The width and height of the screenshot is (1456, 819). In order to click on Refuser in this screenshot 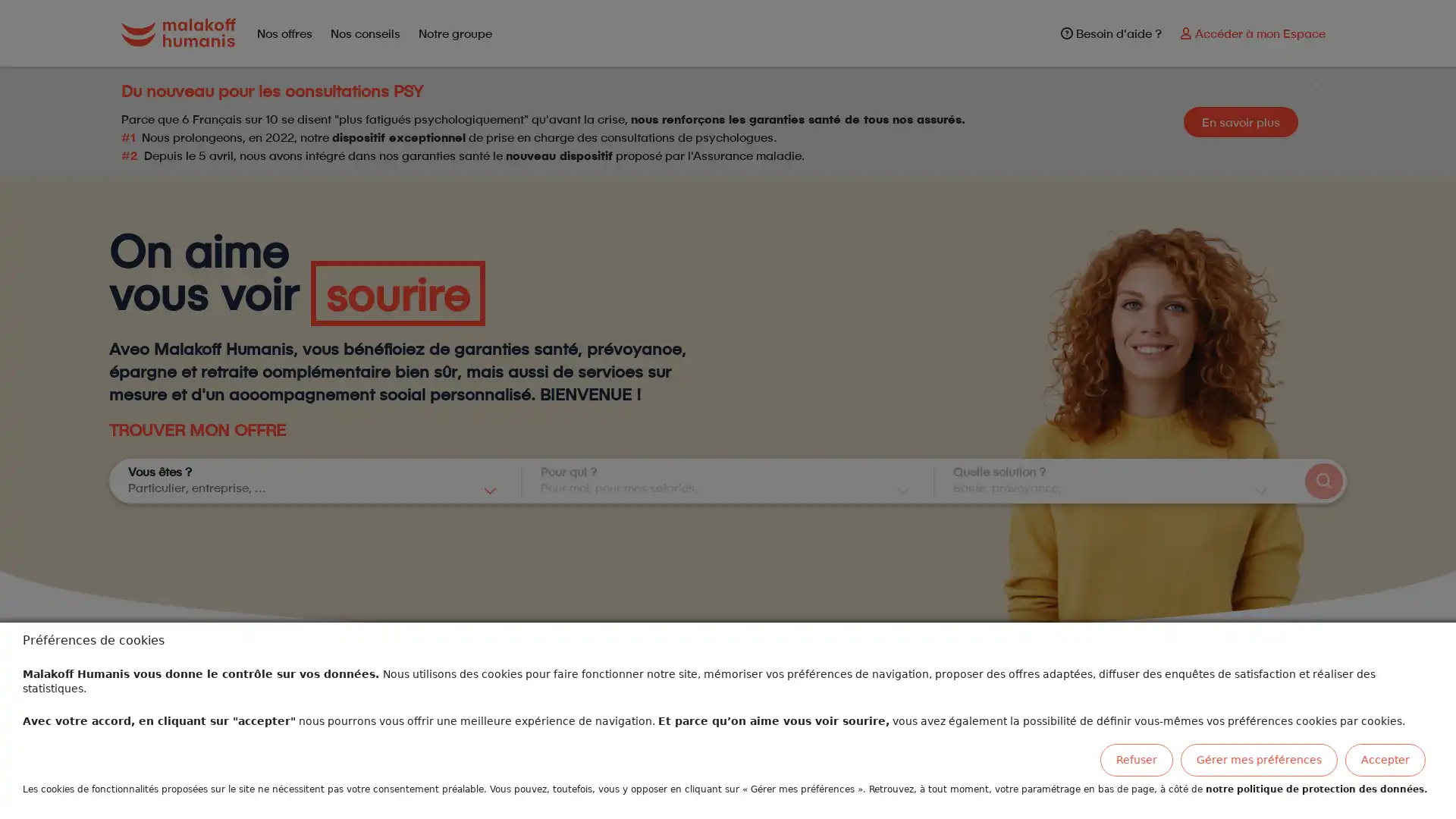, I will do `click(1136, 760)`.